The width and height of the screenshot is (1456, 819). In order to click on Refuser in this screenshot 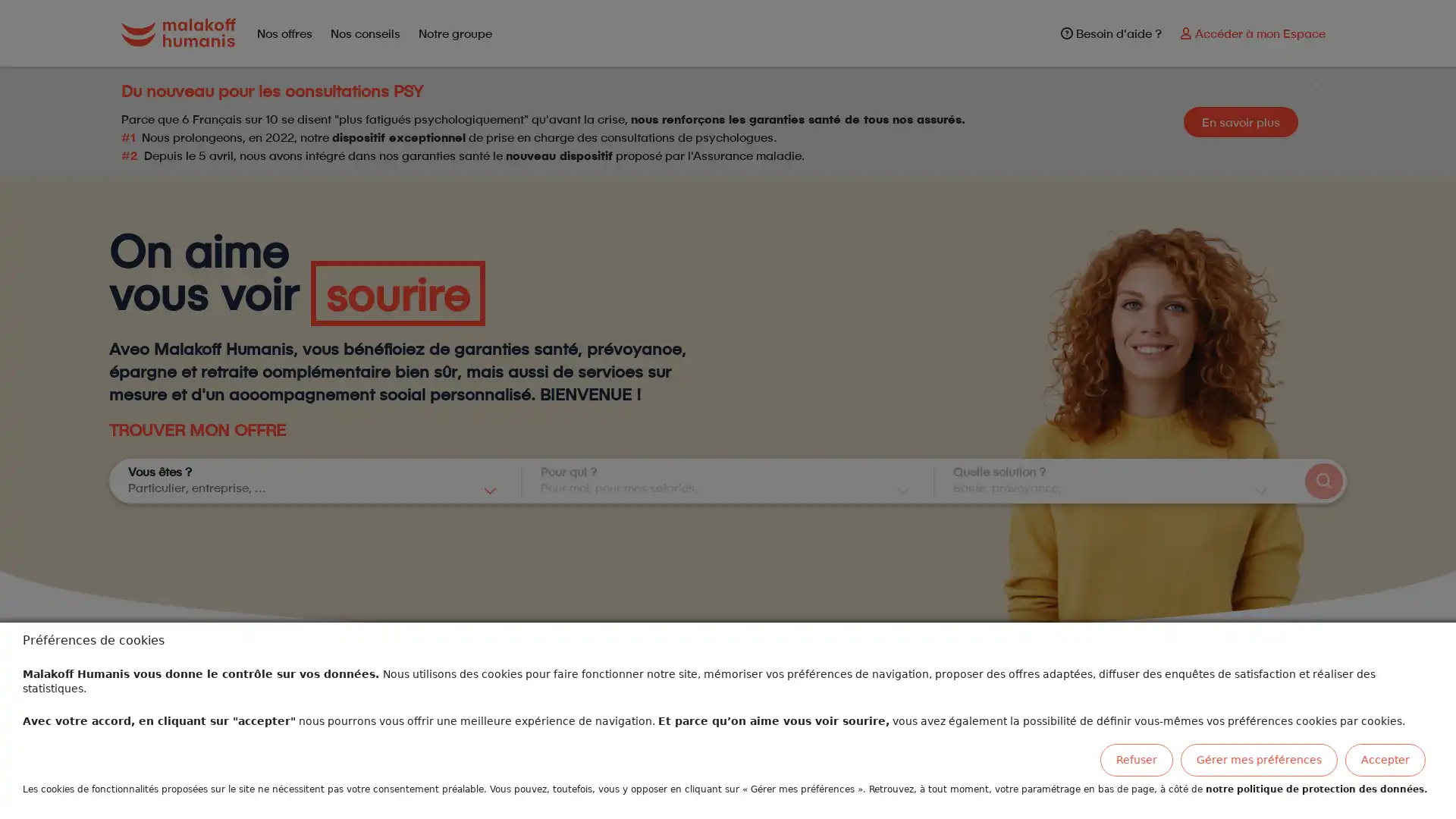, I will do `click(1136, 760)`.